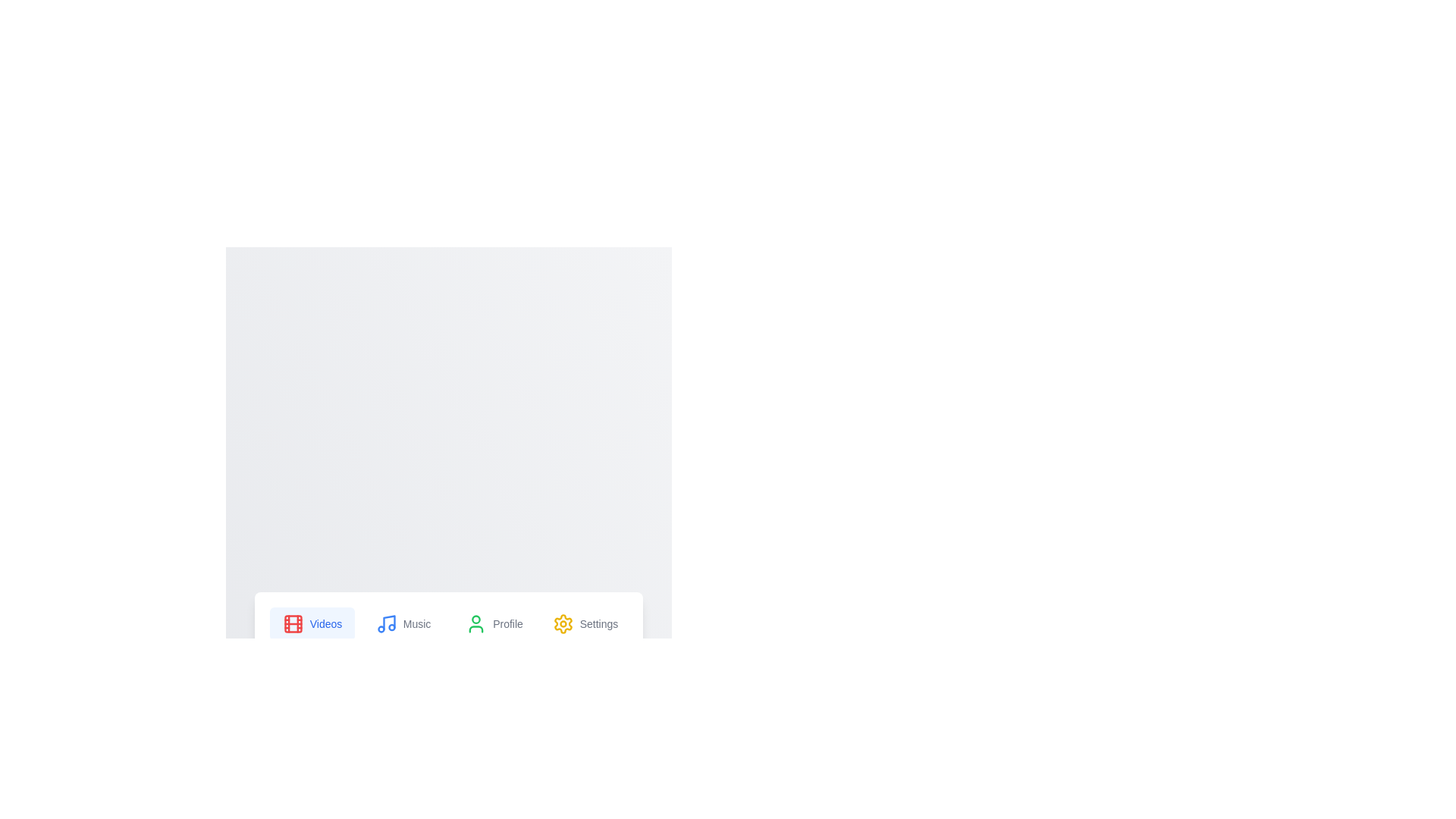 This screenshot has width=1456, height=819. I want to click on the Videos tab to switch its content, so click(312, 623).